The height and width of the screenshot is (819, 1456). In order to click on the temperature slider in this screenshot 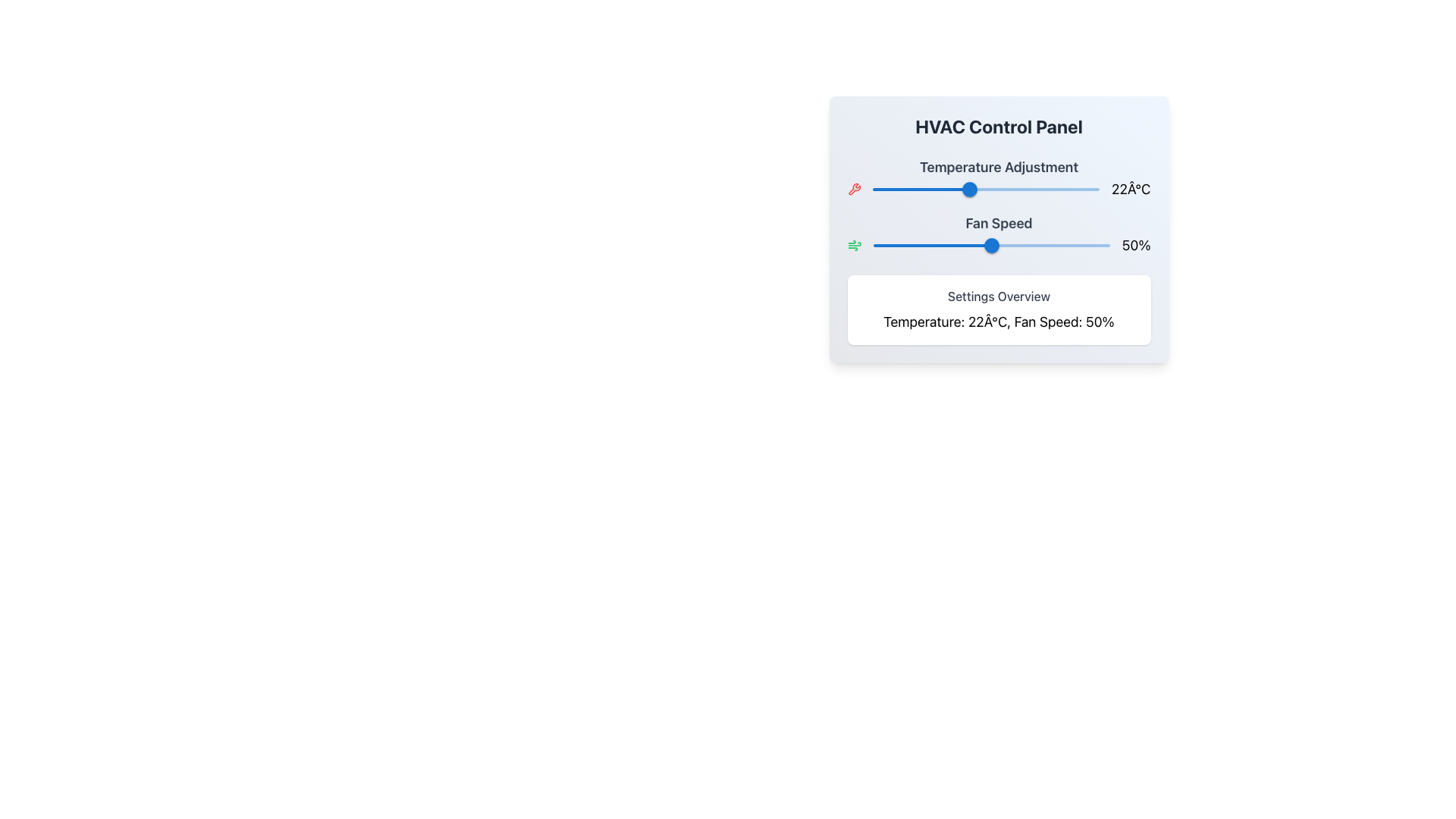, I will do `click(972, 189)`.